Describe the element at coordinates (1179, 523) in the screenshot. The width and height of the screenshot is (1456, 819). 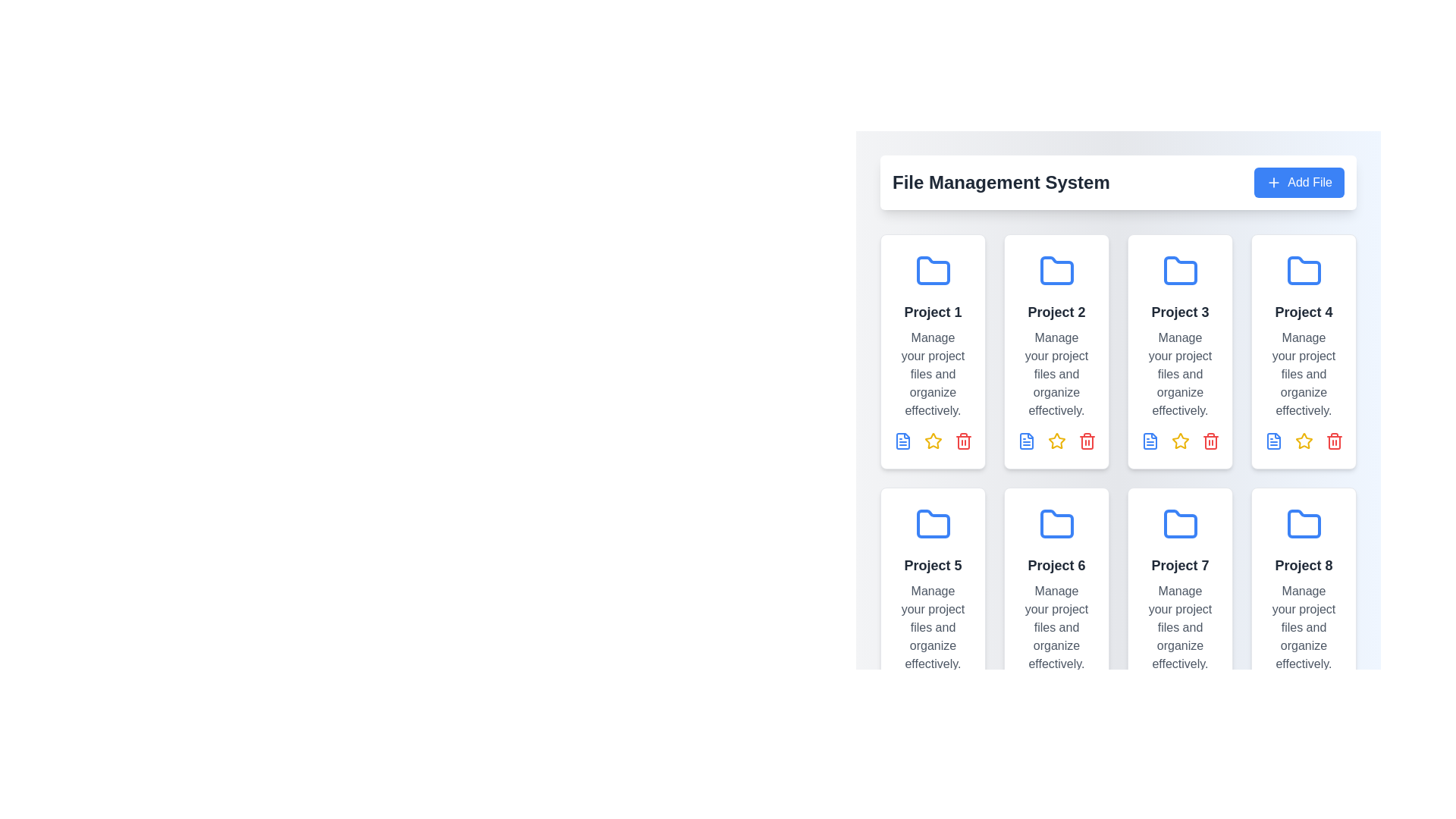
I see `the folder icon representing Project 7` at that location.